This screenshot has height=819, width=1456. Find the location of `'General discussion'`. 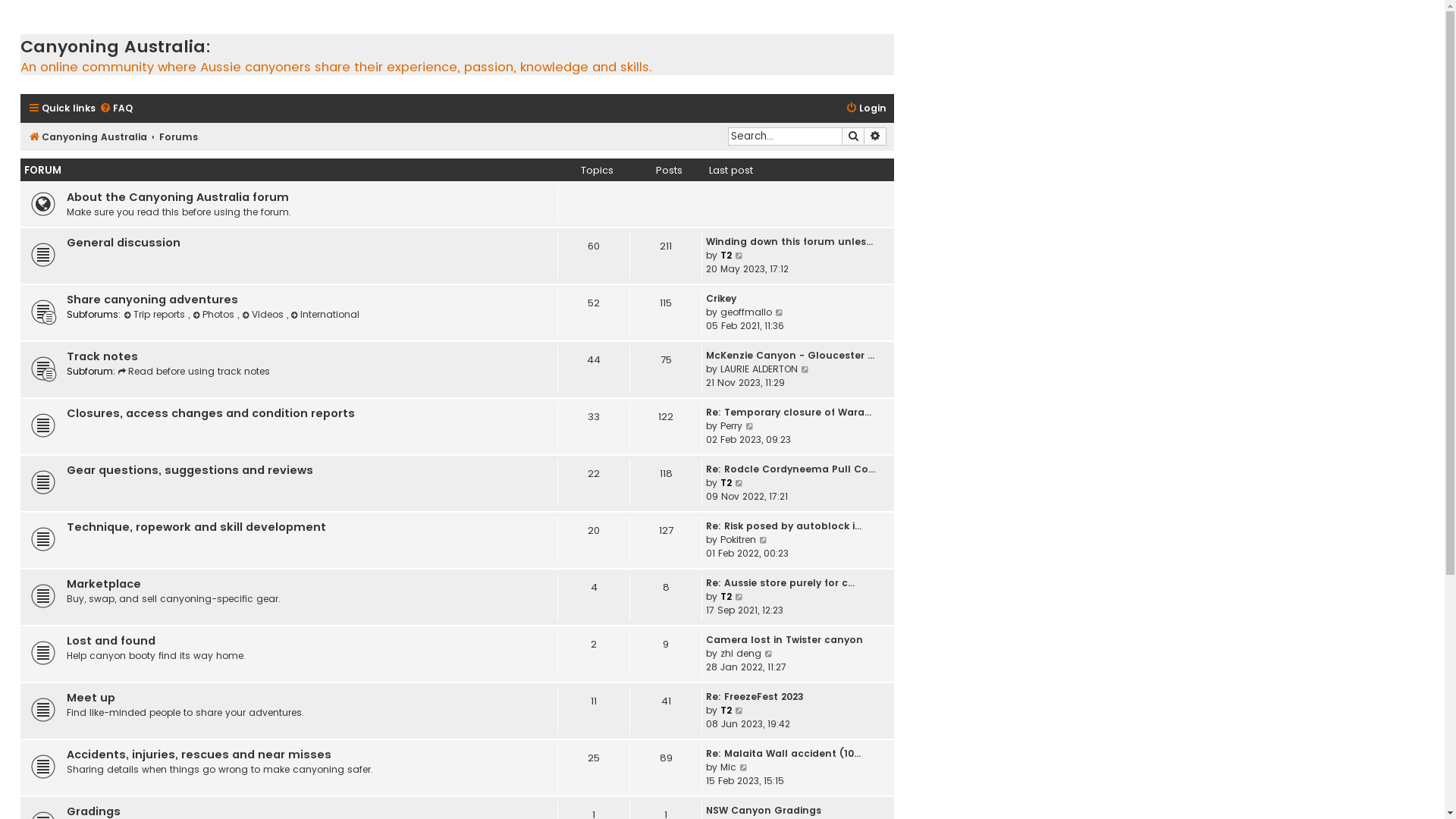

'General discussion' is located at coordinates (124, 243).